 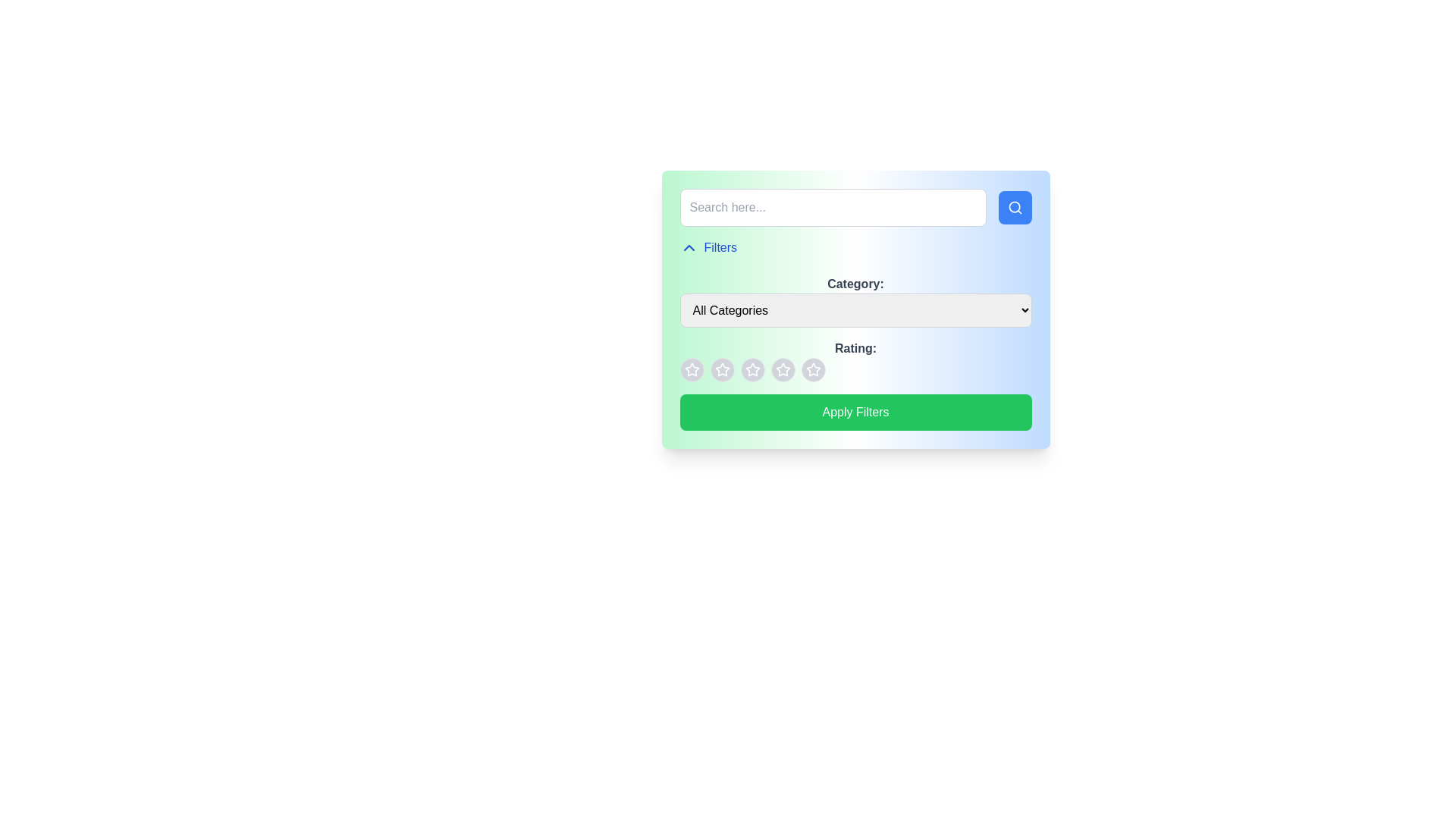 What do you see at coordinates (855, 412) in the screenshot?
I see `the green 'Apply Filters' button with rounded corners to apply the filters` at bounding box center [855, 412].